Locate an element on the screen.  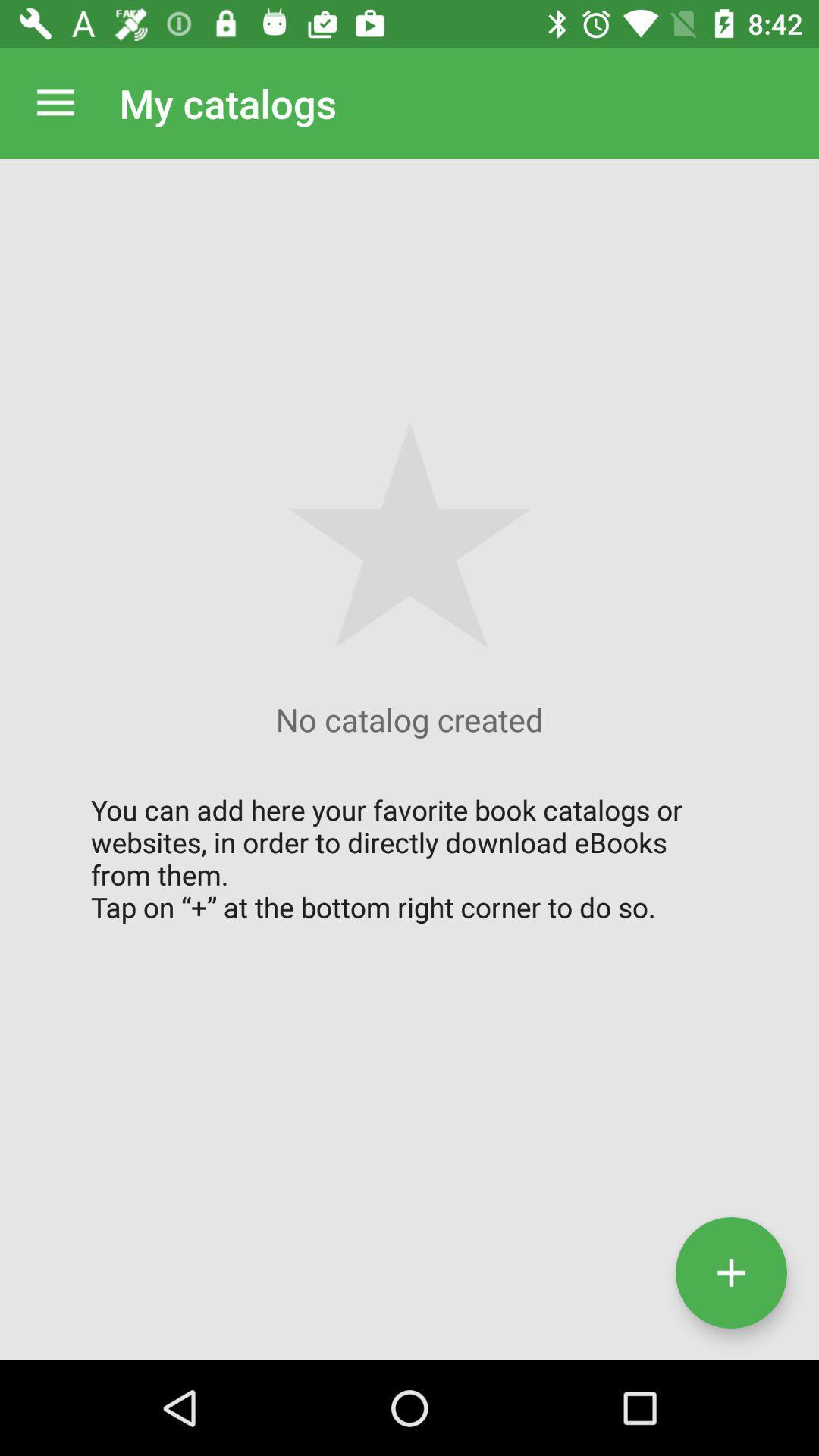
more is located at coordinates (730, 1272).